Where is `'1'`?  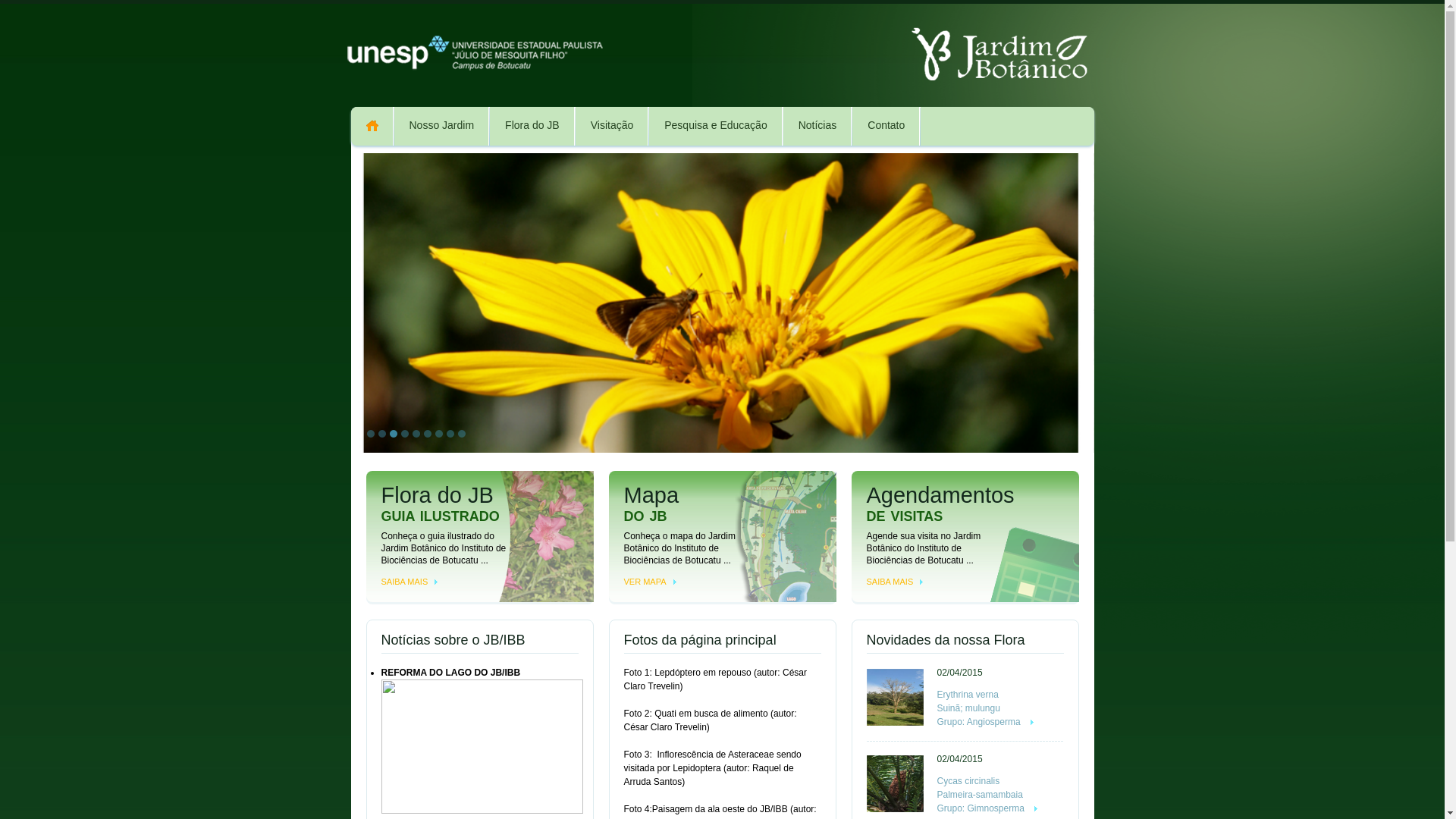 '1' is located at coordinates (367, 433).